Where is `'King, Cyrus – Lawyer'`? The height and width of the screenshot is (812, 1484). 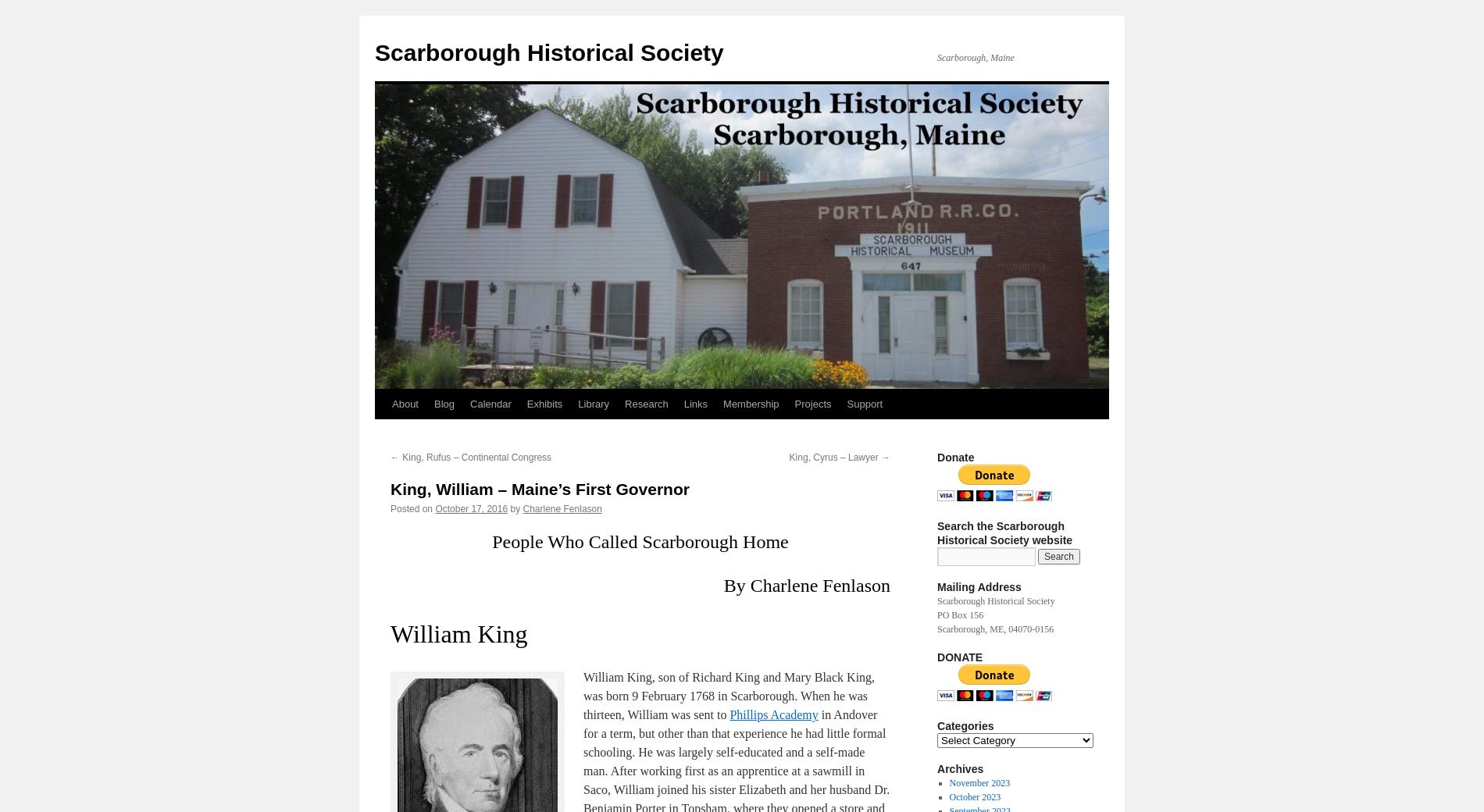 'King, Cyrus – Lawyer' is located at coordinates (834, 457).